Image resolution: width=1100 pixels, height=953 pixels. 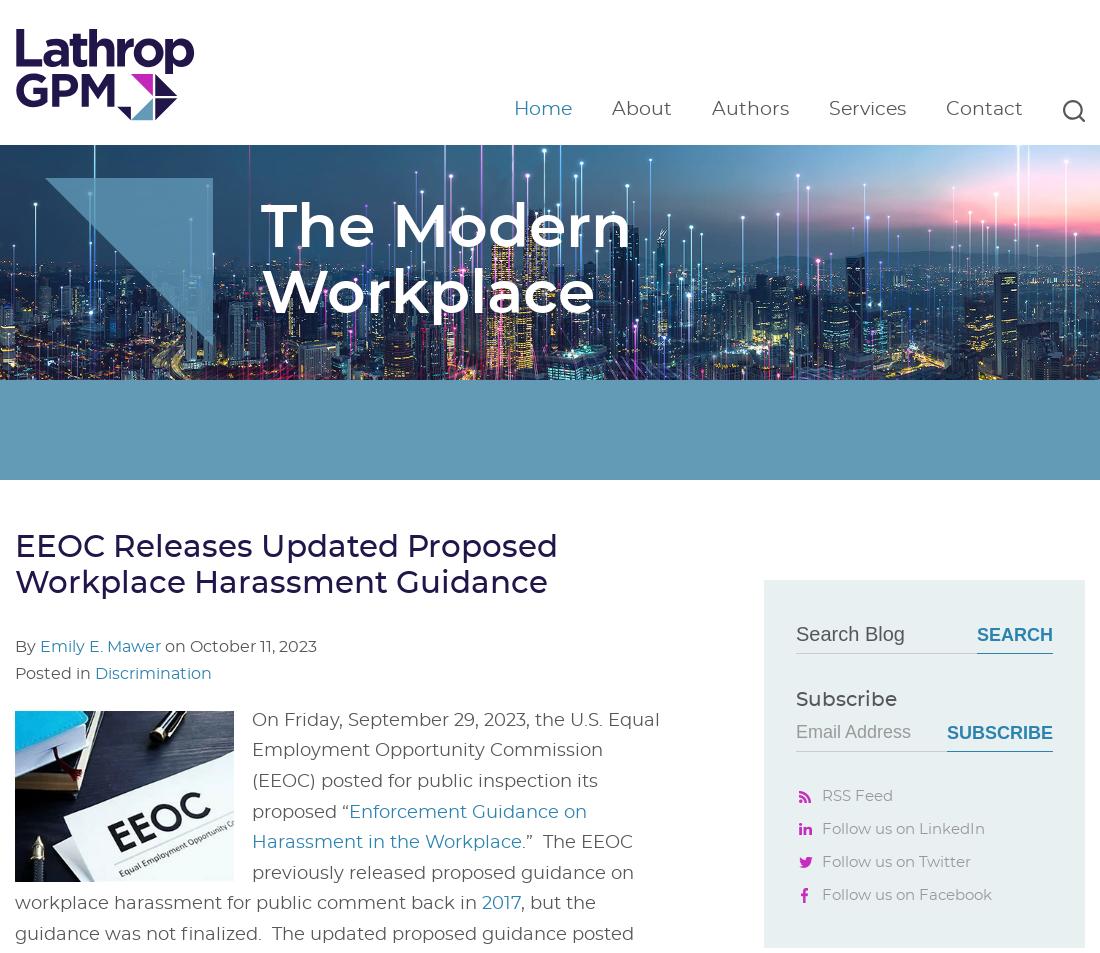 I want to click on 'Emily E. Mawer', so click(x=39, y=646).